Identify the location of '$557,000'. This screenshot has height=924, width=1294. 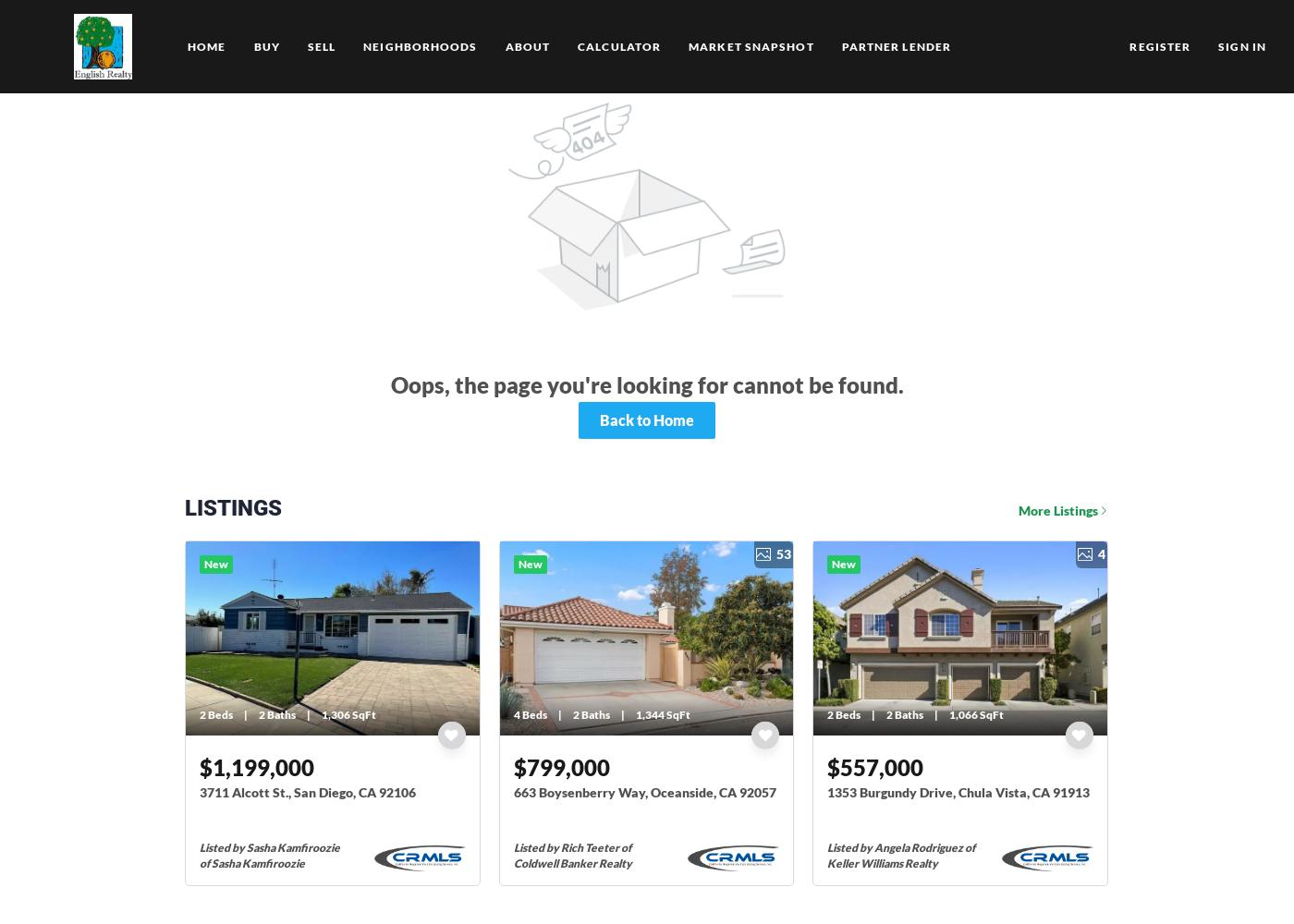
(826, 766).